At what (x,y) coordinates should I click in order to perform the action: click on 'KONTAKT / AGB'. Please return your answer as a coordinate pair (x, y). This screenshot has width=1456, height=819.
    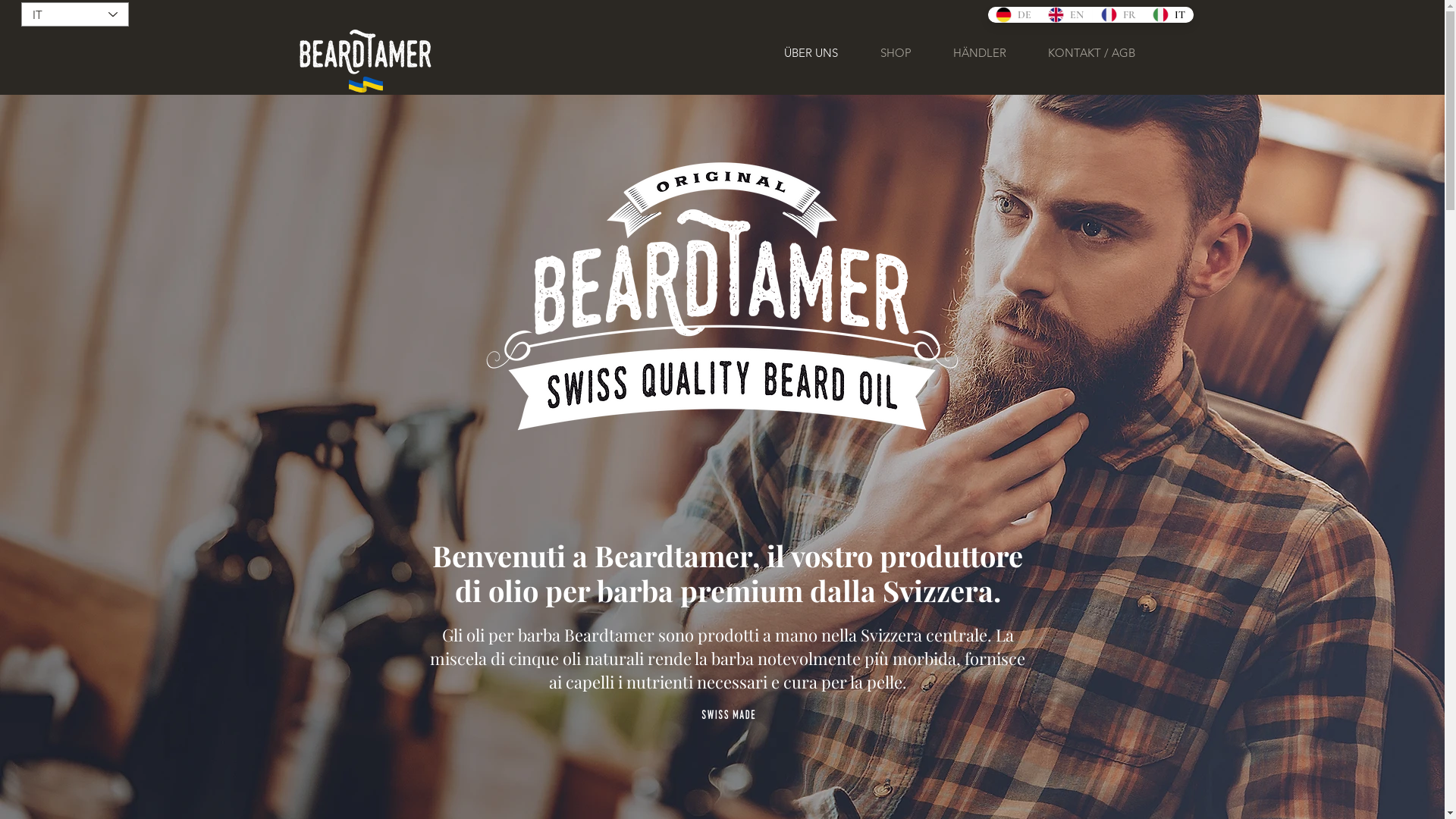
    Looking at the image, I should click on (1090, 52).